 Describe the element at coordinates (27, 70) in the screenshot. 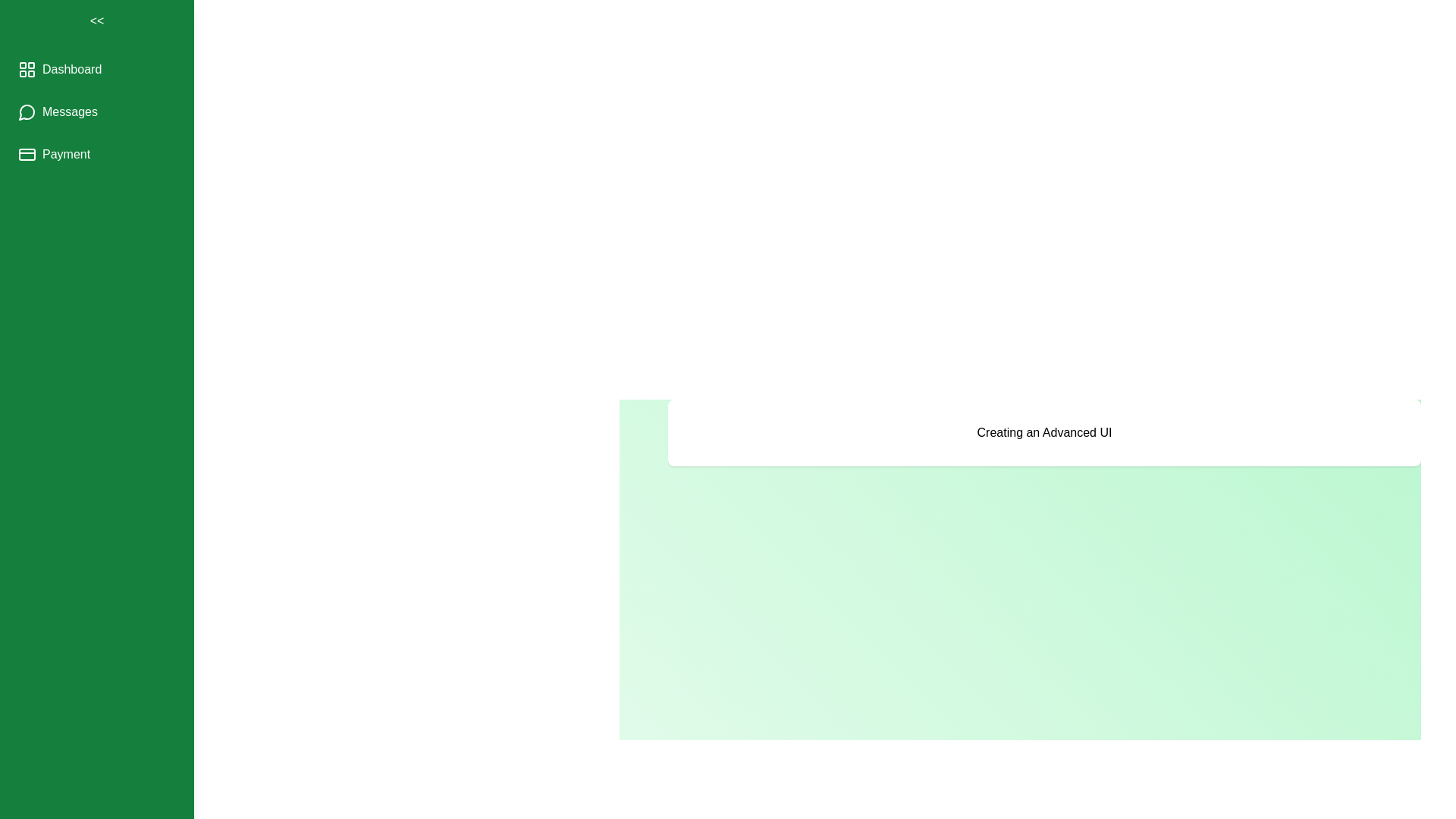

I see `the Dashboard icon located to the left of the 'Dashboard' text in the sidebar` at that location.